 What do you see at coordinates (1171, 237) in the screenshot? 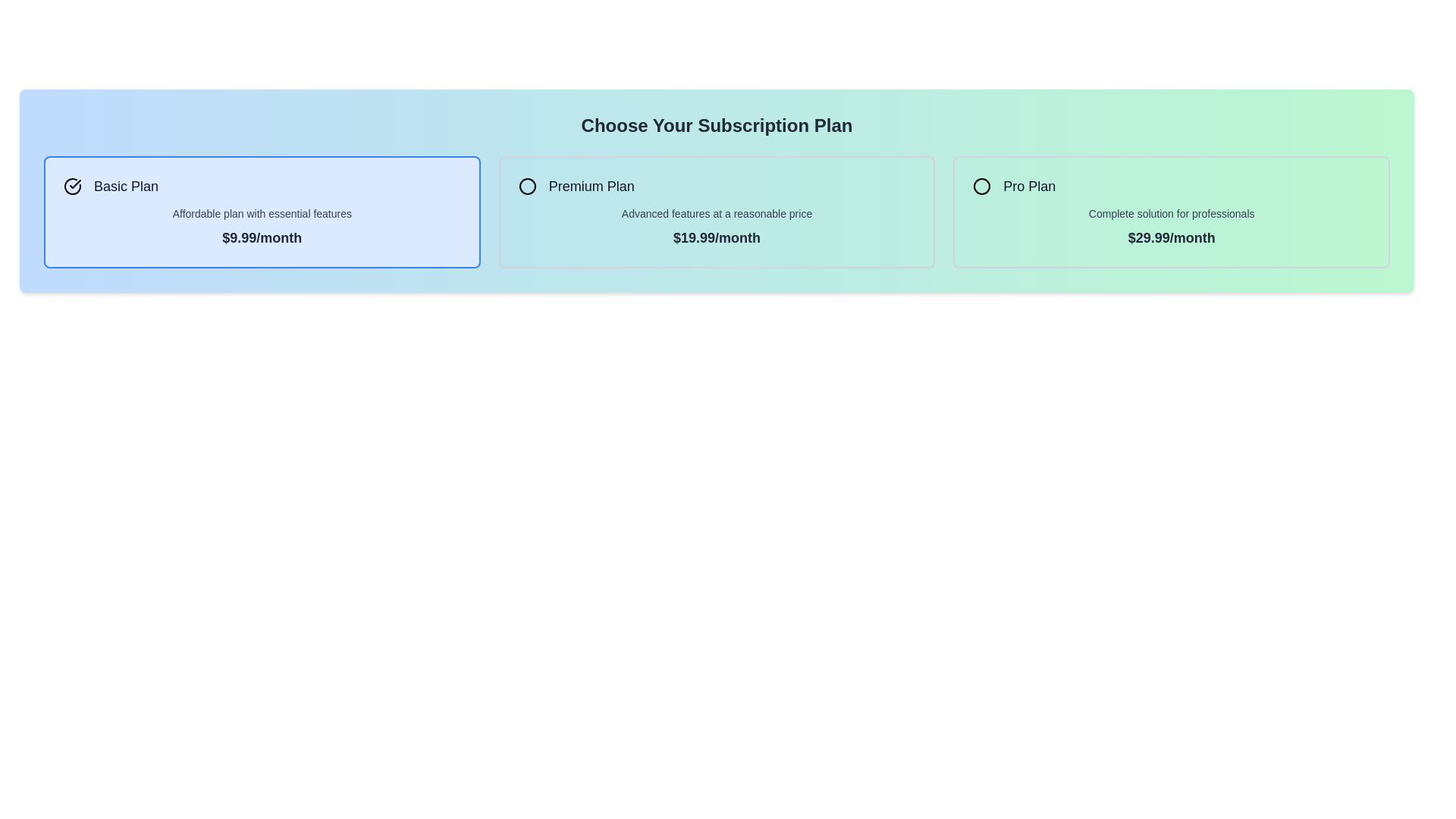
I see `text content of the '$29.99/month' label, which is displayed in bold and dark gray within the Pro Plan pricing card` at bounding box center [1171, 237].